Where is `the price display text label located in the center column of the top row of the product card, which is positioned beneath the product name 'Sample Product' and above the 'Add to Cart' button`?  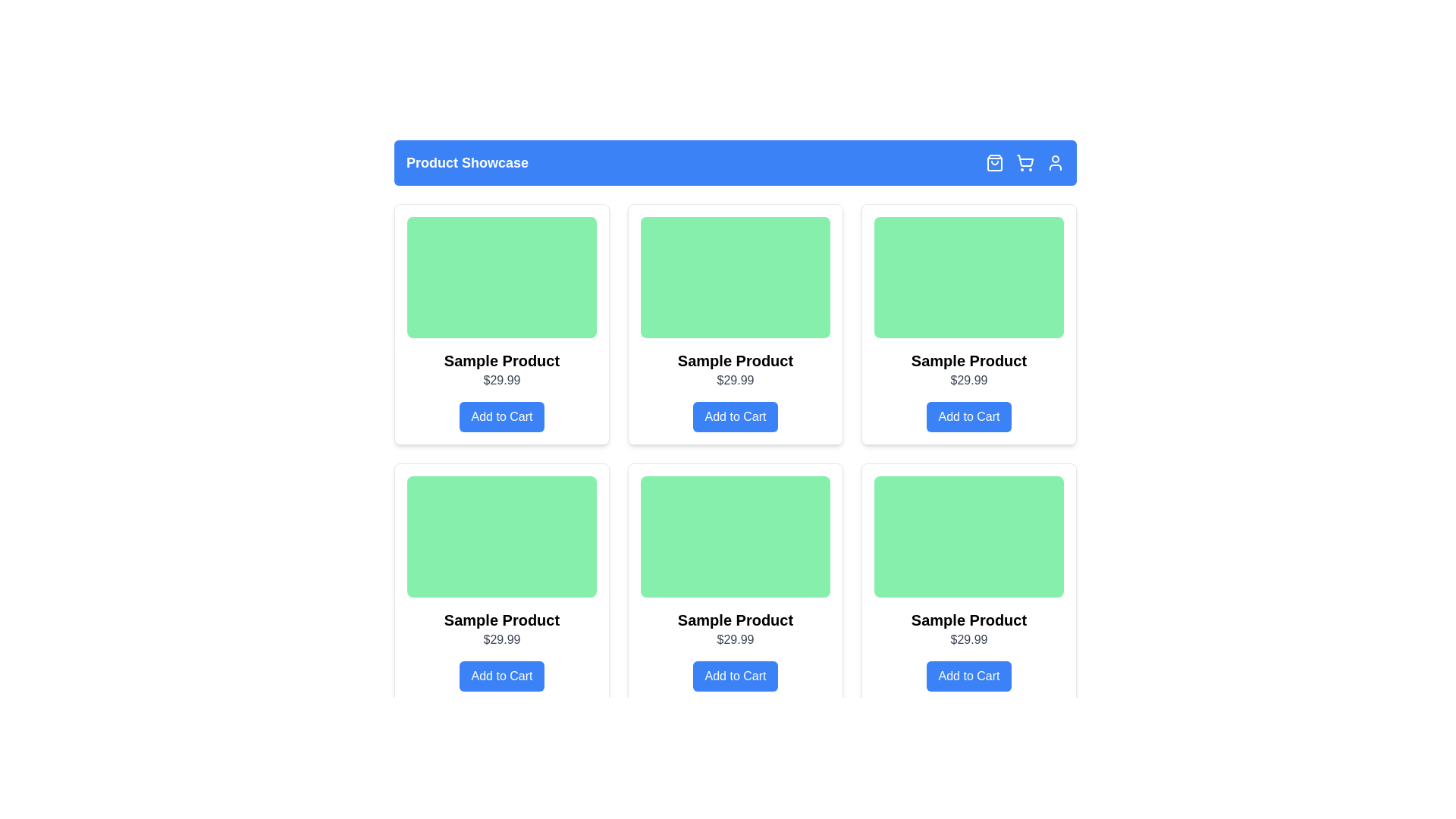
the price display text label located in the center column of the top row of the product card, which is positioned beneath the product name 'Sample Product' and above the 'Add to Cart' button is located at coordinates (735, 379).